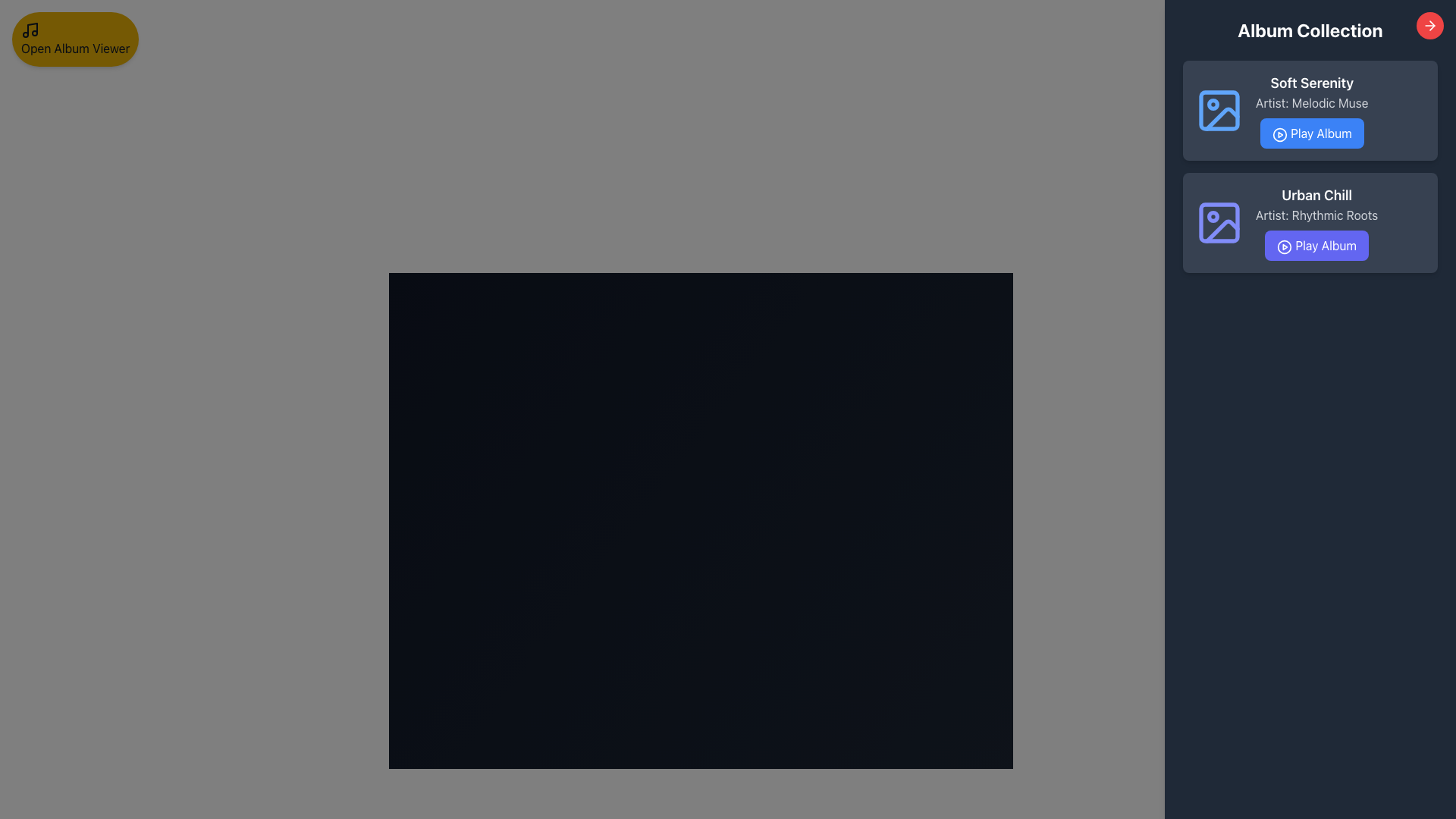  What do you see at coordinates (1284, 246) in the screenshot?
I see `the circular play icon inside the 'Play Album' button for the album 'Urban Chill', located in the second album card on the right side of the interface` at bounding box center [1284, 246].